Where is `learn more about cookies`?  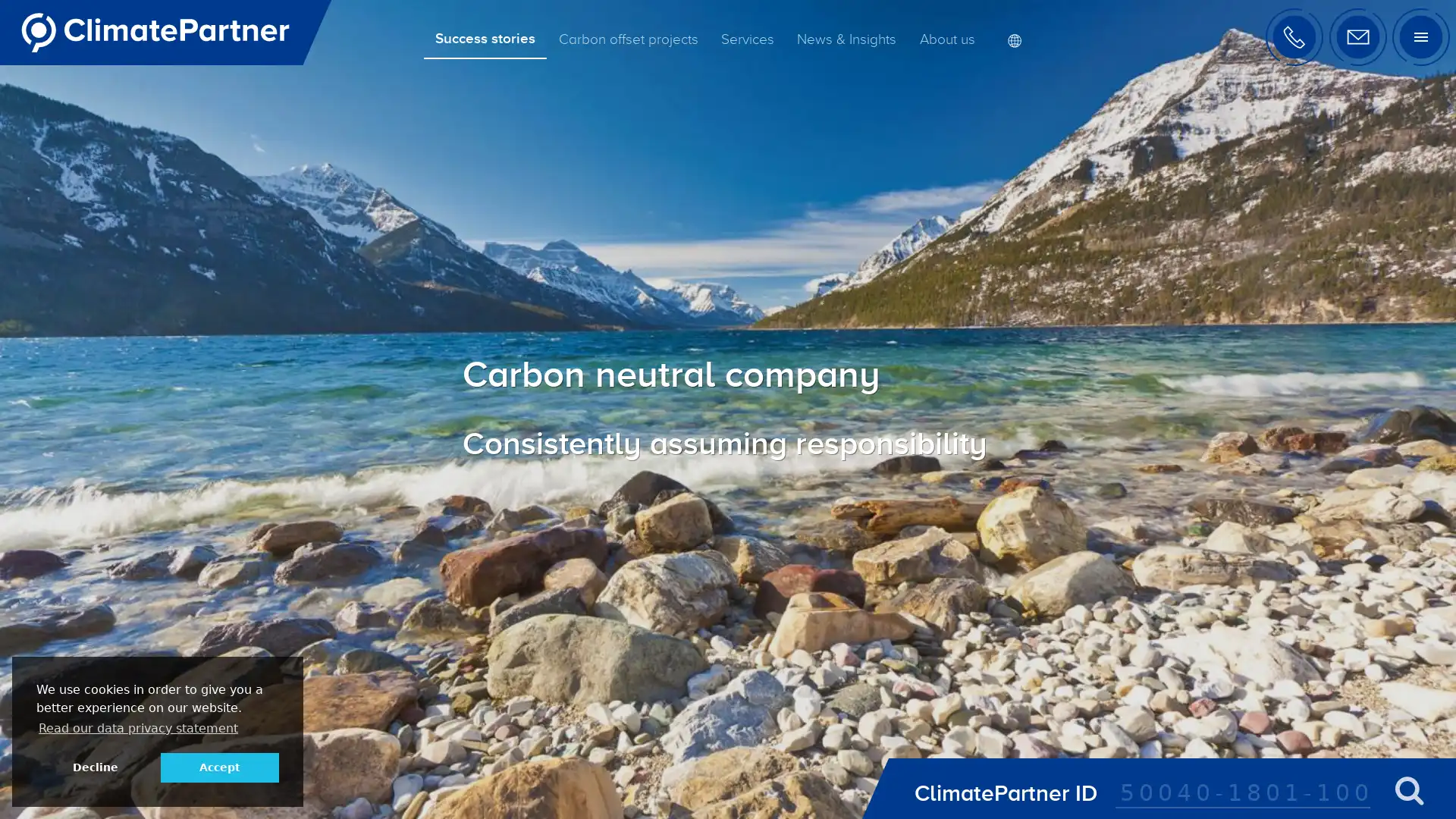 learn more about cookies is located at coordinates (138, 727).